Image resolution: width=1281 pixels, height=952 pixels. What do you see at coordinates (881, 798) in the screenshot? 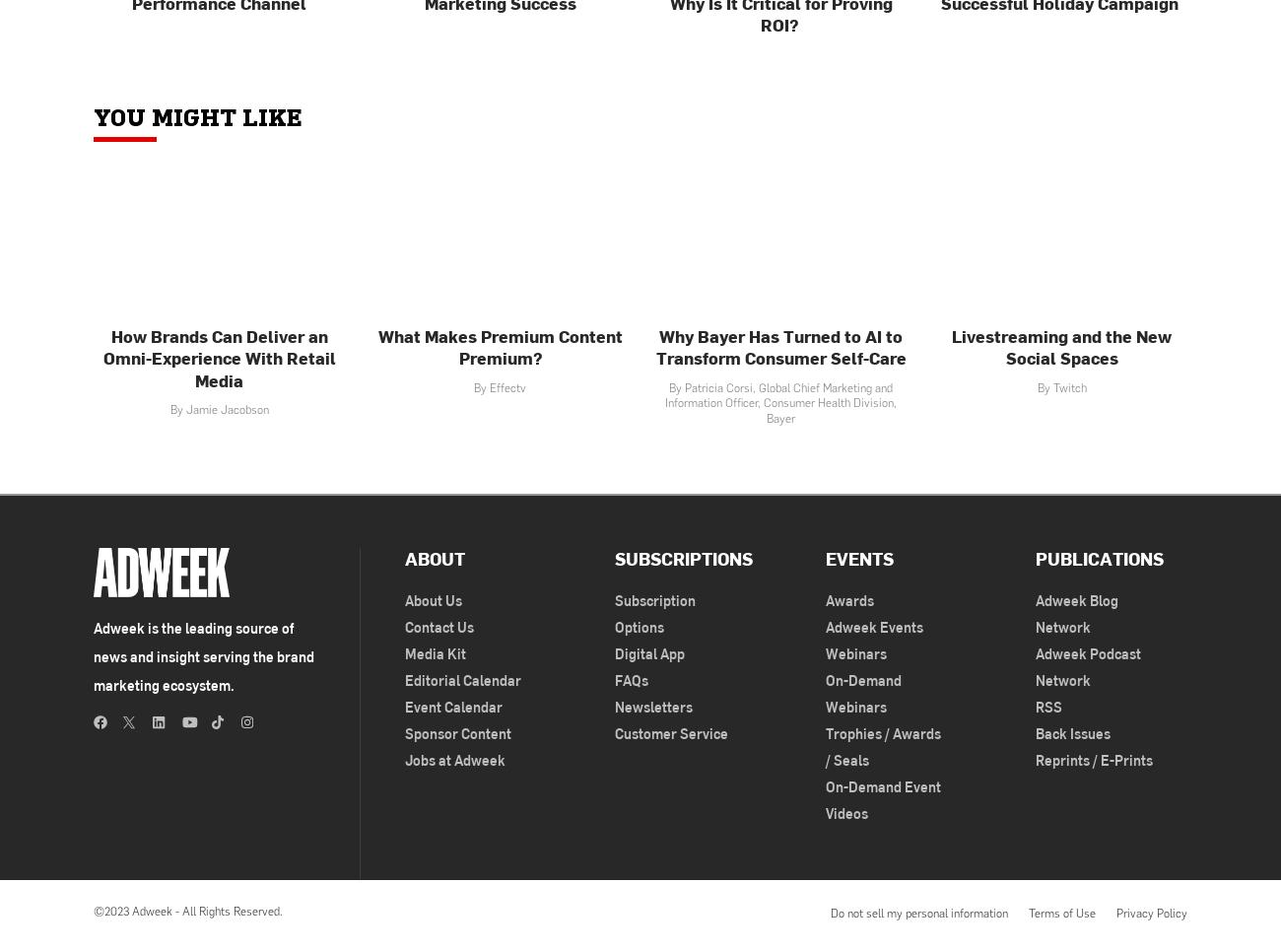
I see `'On-Demand Event Videos'` at bounding box center [881, 798].